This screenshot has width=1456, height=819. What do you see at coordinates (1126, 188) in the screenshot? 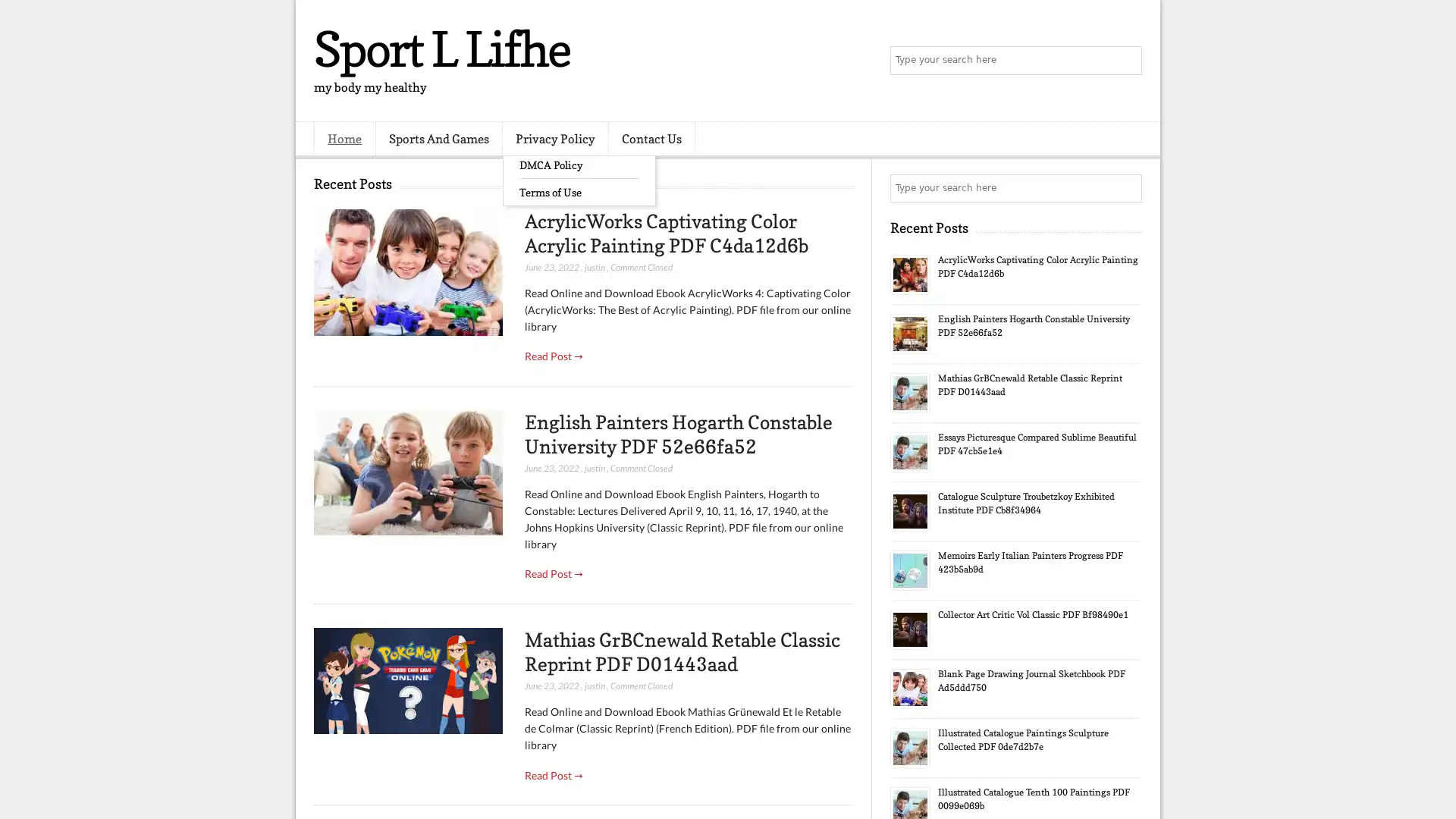
I see `Search` at bounding box center [1126, 188].